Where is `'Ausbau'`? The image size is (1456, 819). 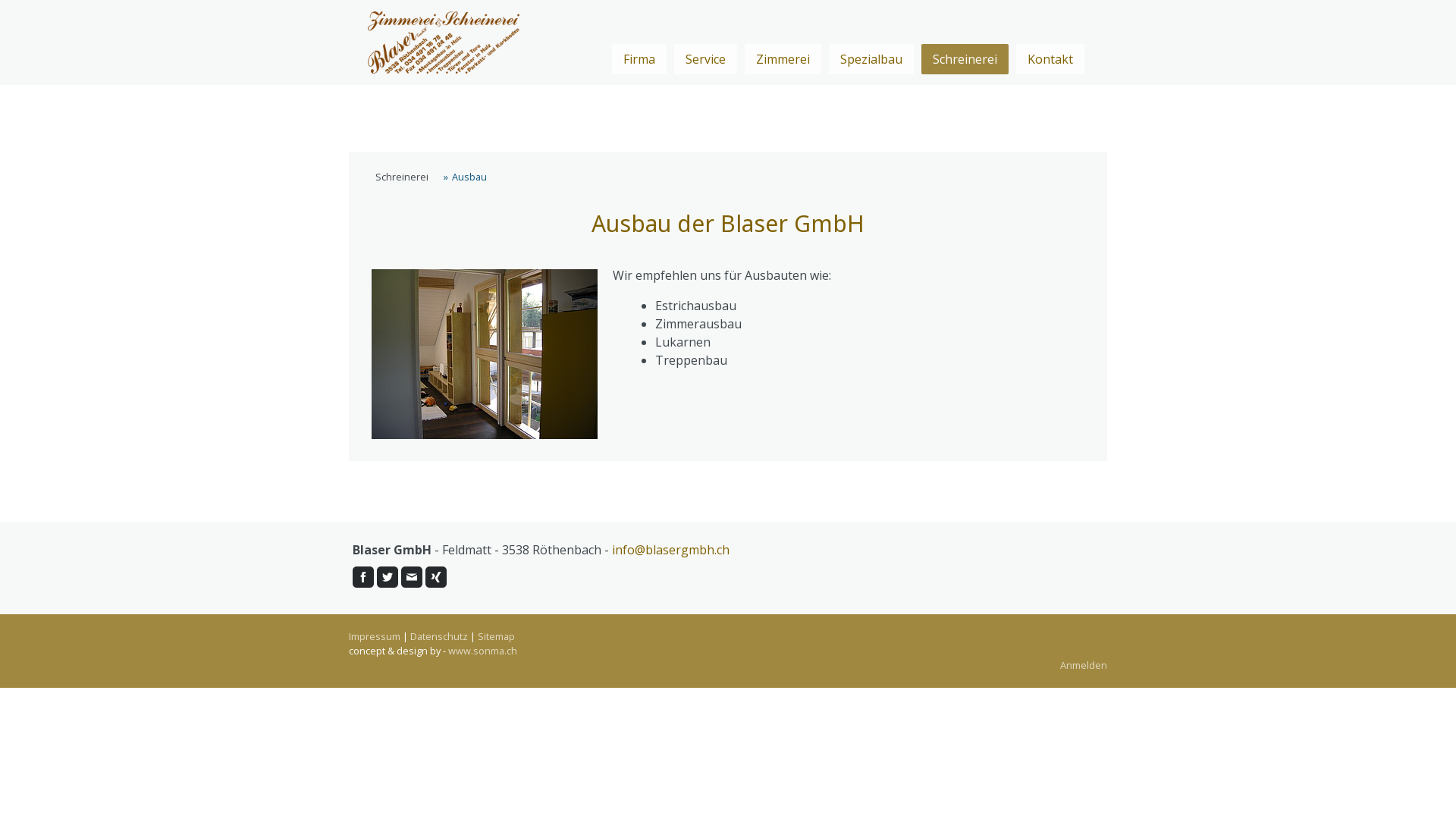 'Ausbau' is located at coordinates (464, 175).